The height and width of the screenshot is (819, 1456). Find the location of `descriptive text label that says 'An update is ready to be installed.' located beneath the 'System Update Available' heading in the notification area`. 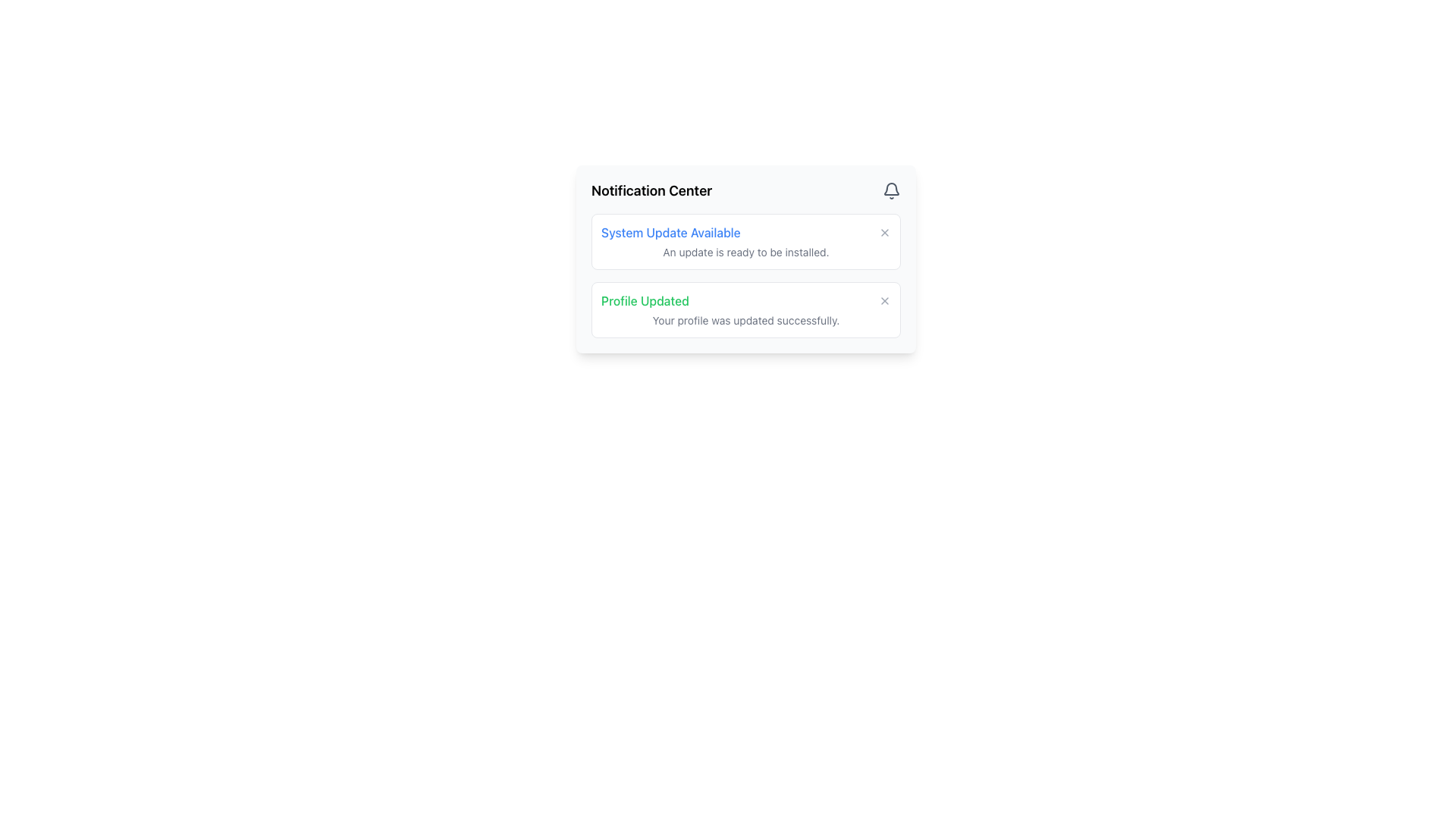

descriptive text label that says 'An update is ready to be installed.' located beneath the 'System Update Available' heading in the notification area is located at coordinates (745, 251).